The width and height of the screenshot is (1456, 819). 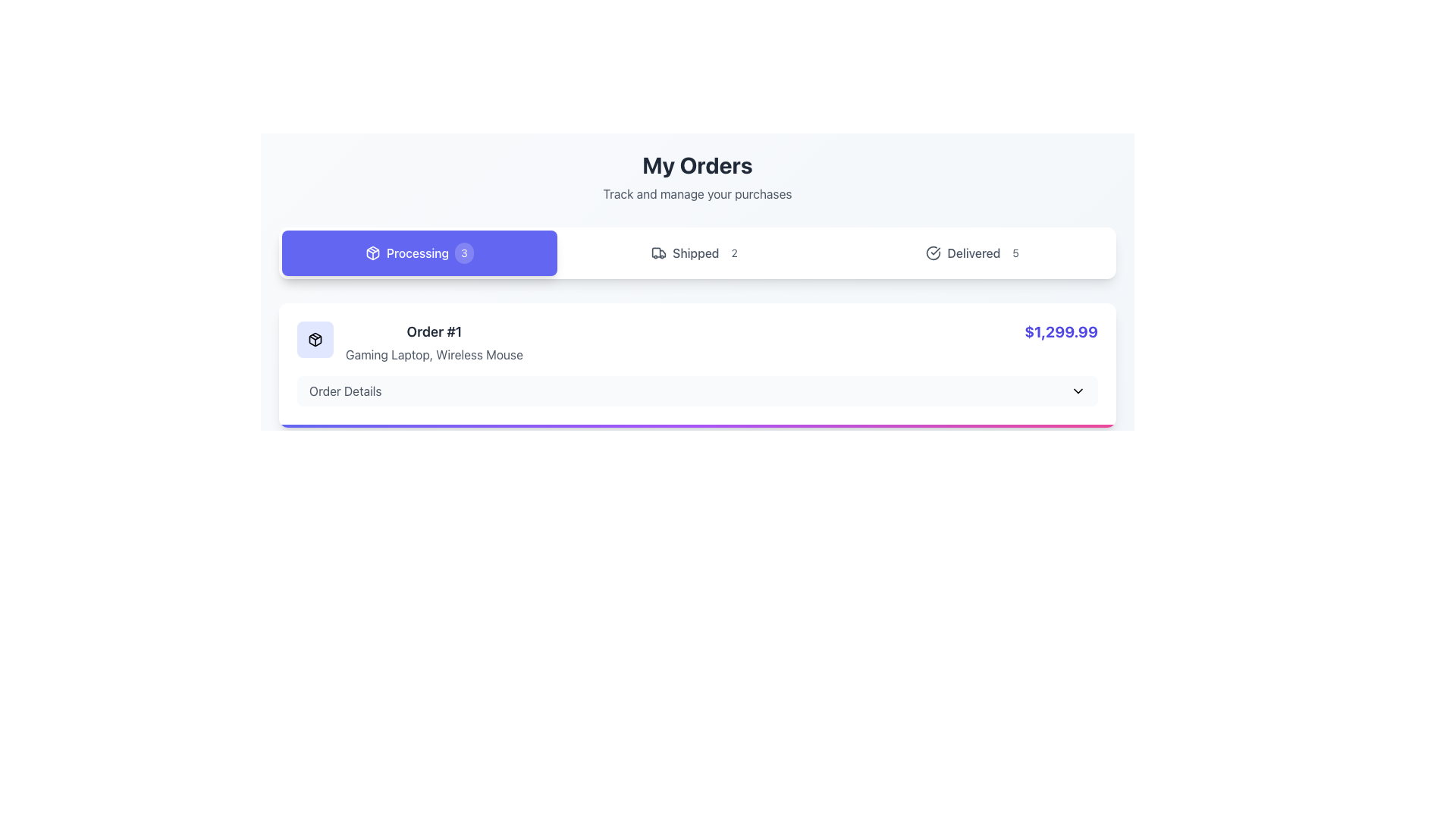 What do you see at coordinates (697, 253) in the screenshot?
I see `the 'Shipped 2' tab, which displays a truck icon and is styled with a gray color on hover` at bounding box center [697, 253].